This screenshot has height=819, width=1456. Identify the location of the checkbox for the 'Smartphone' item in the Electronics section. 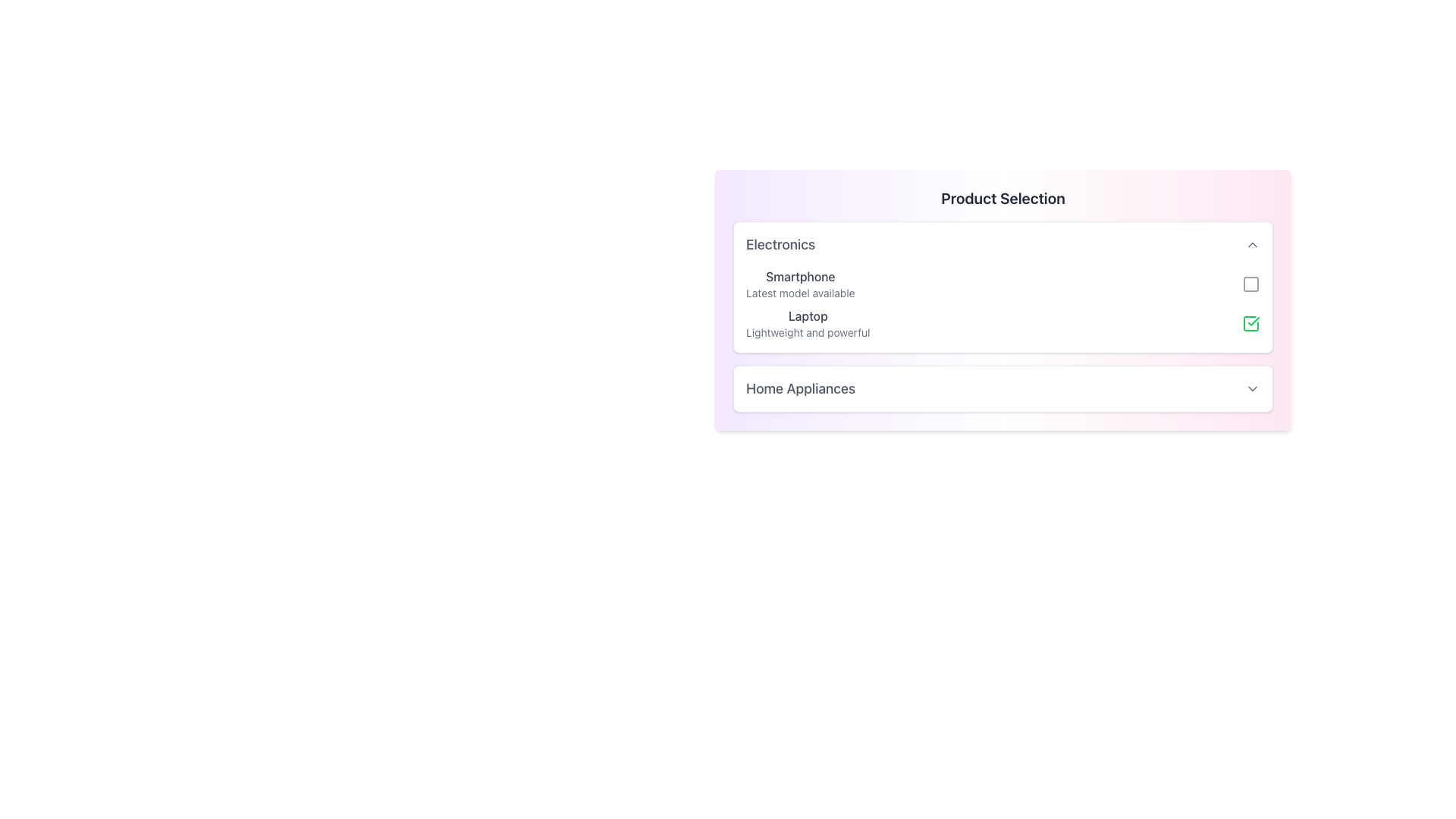
(1251, 284).